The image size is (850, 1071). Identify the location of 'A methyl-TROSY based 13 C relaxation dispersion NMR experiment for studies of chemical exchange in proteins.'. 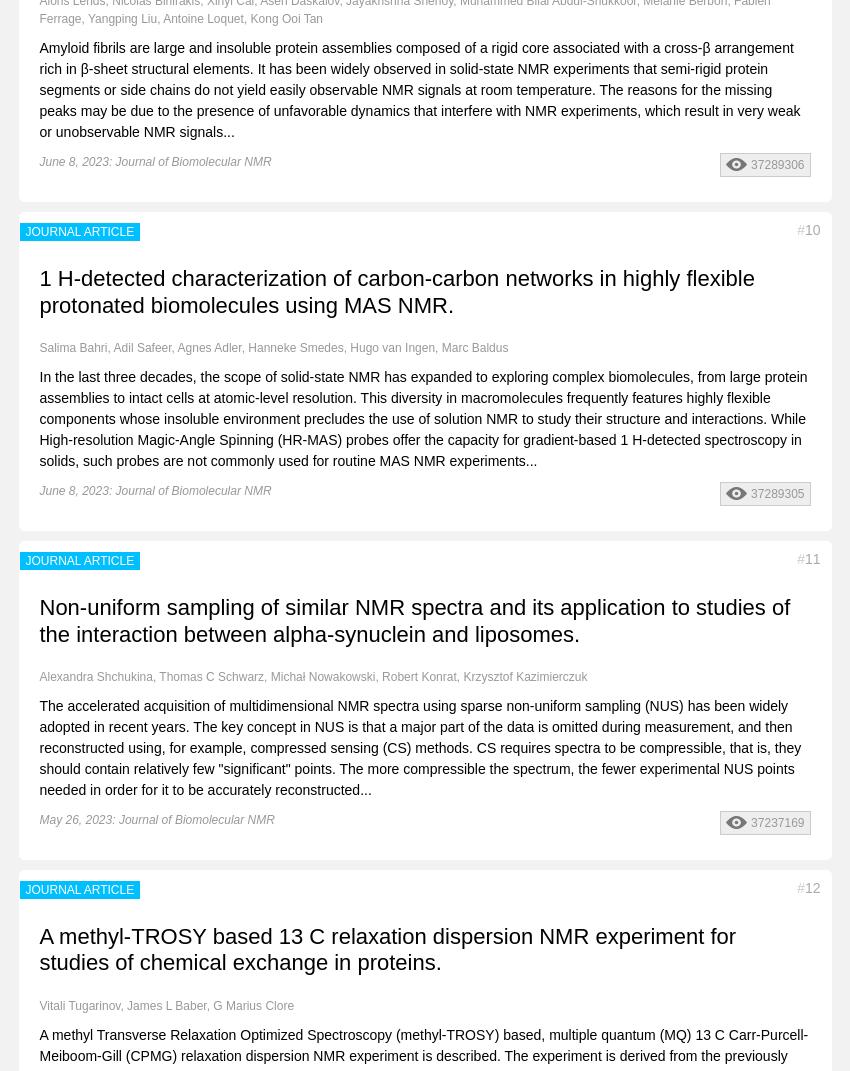
(38, 948).